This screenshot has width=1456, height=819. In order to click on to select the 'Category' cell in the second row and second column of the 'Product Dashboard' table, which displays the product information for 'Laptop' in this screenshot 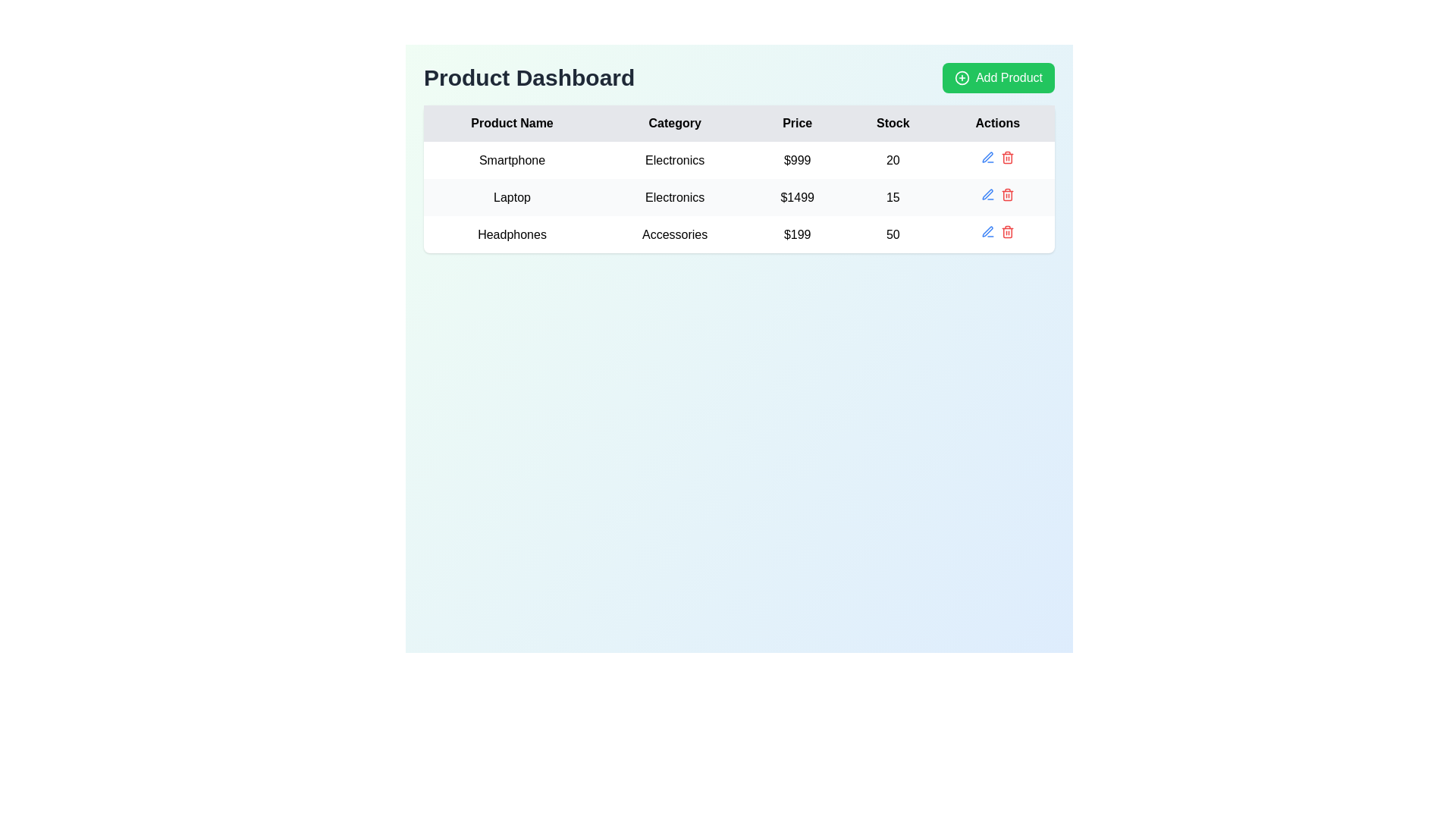, I will do `click(673, 196)`.